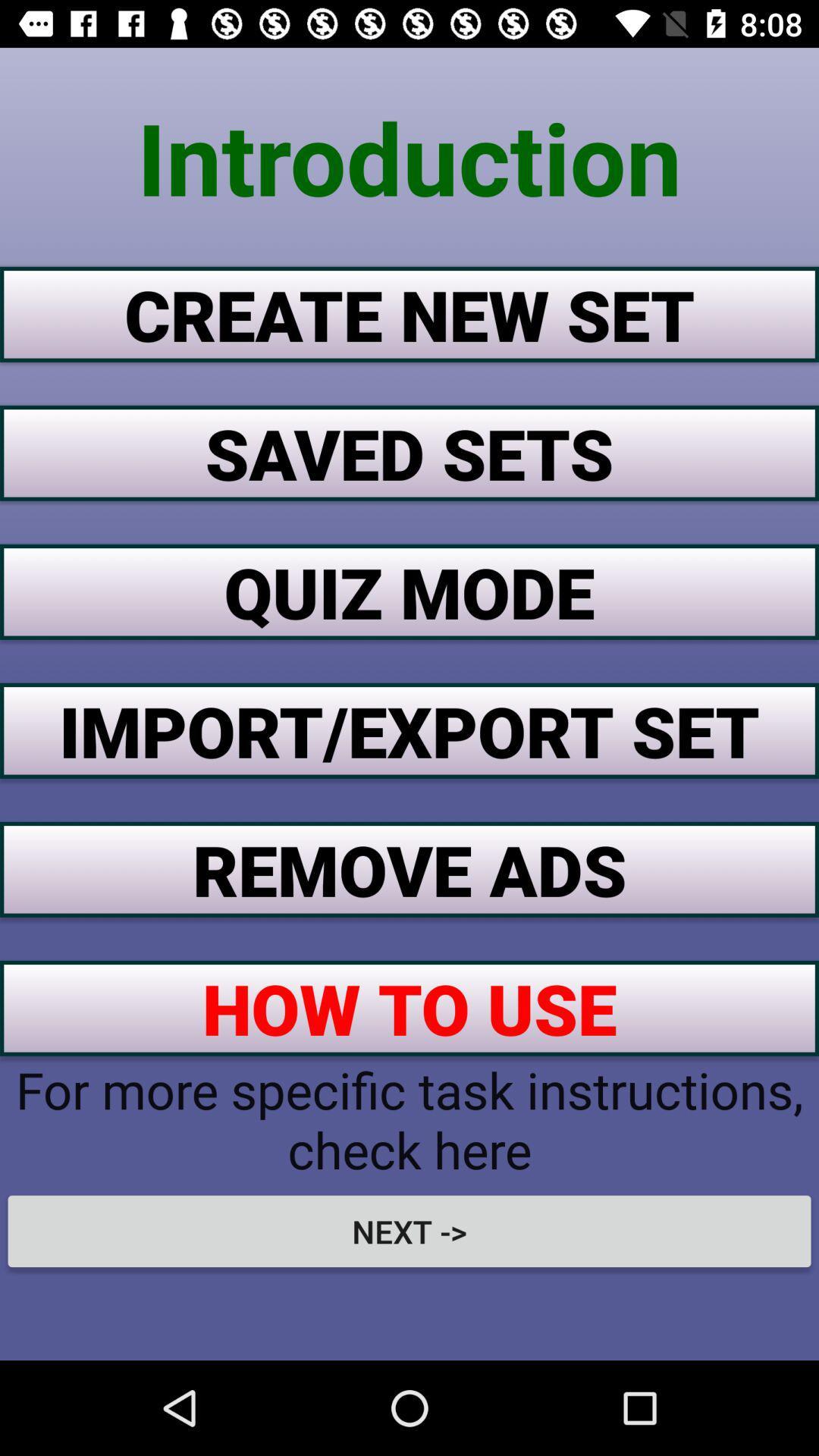 The width and height of the screenshot is (819, 1456). I want to click on next -> button, so click(409, 1231).